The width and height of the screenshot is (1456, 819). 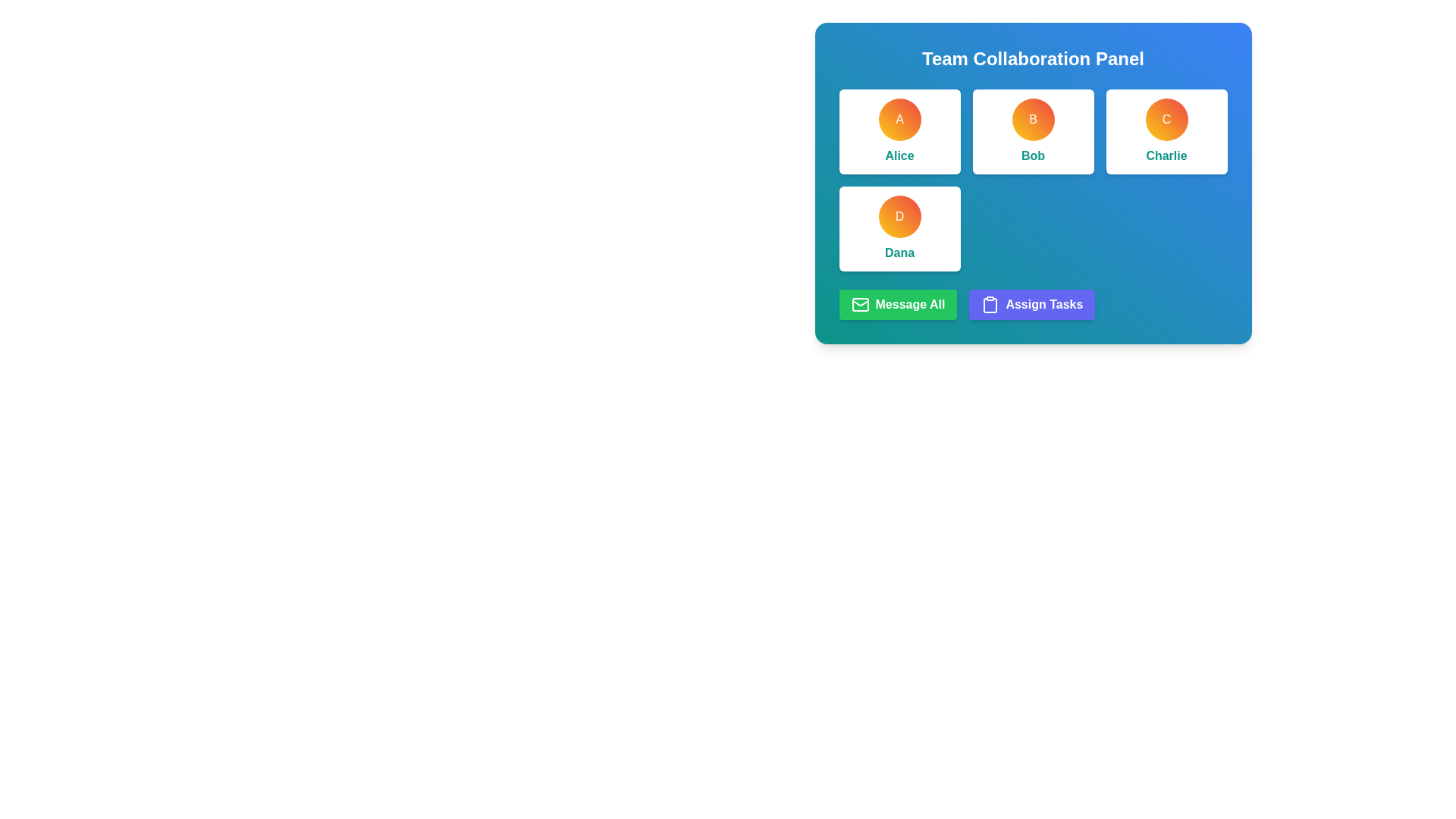 What do you see at coordinates (899, 130) in the screenshot?
I see `the Profile Card representing an individual, located at the top-left of the grid layout` at bounding box center [899, 130].